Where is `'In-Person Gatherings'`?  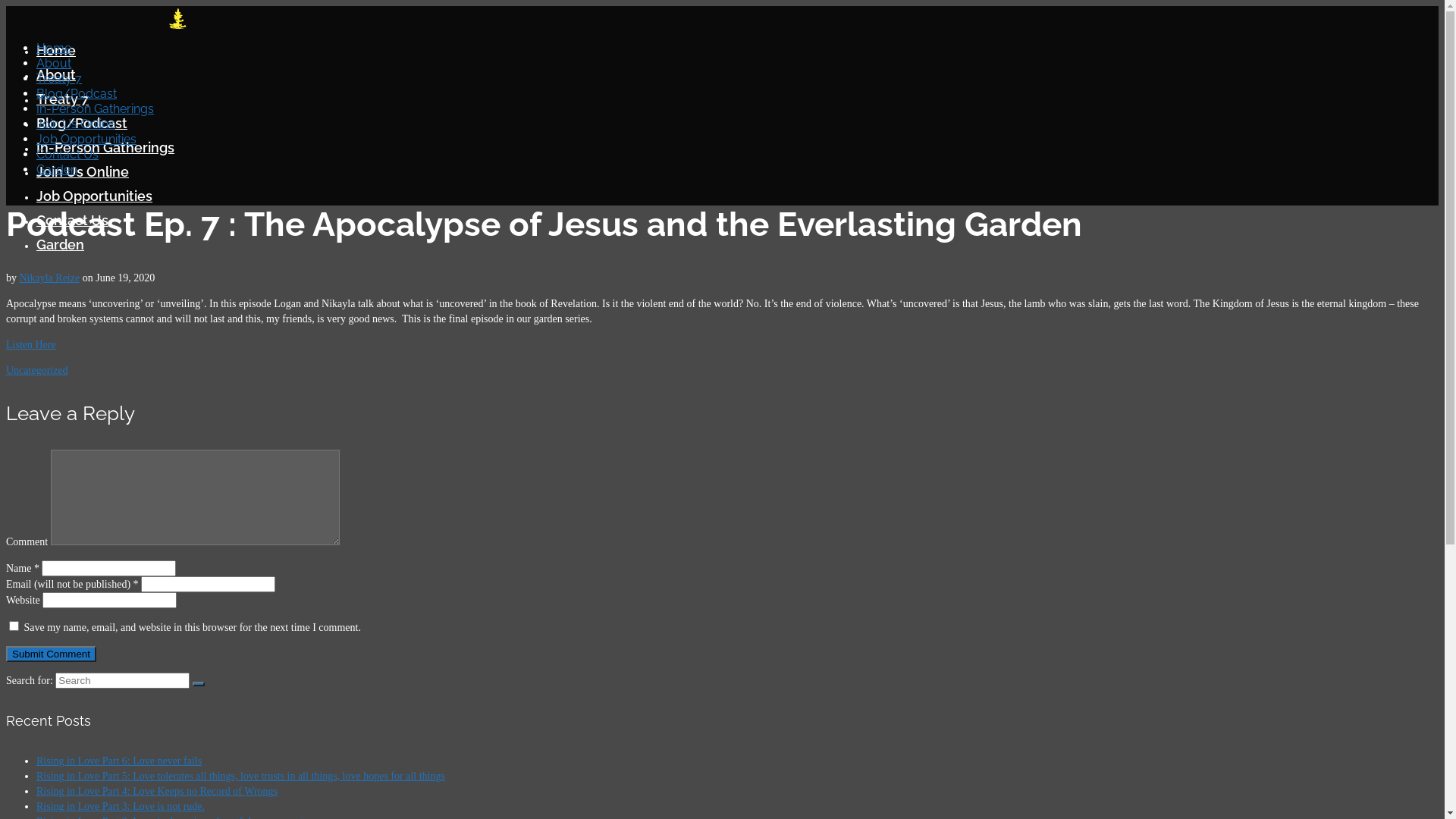 'In-Person Gatherings' is located at coordinates (105, 147).